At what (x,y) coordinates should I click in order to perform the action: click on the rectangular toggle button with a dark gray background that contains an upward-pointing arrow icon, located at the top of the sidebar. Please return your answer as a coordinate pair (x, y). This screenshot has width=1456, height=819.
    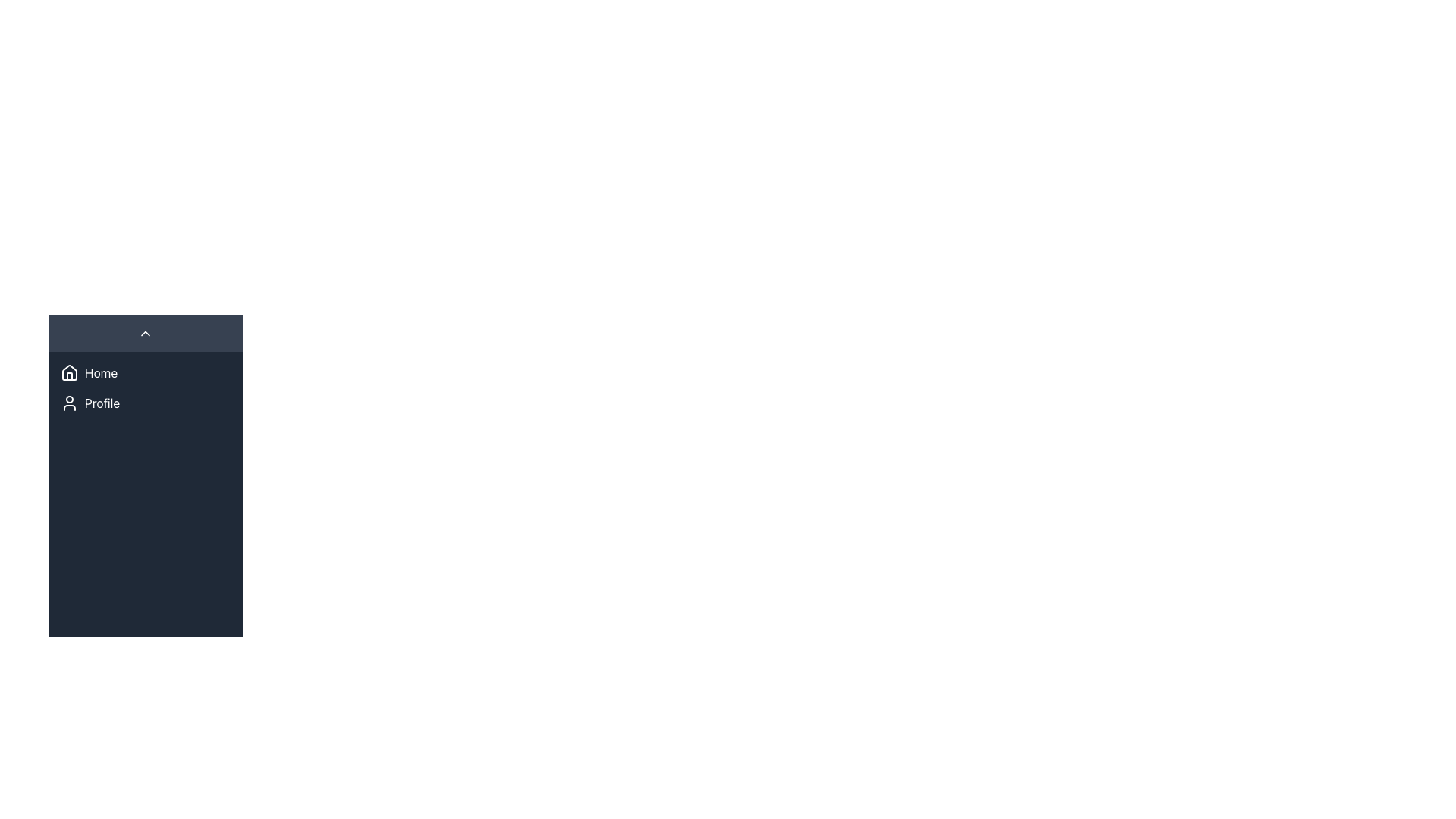
    Looking at the image, I should click on (146, 332).